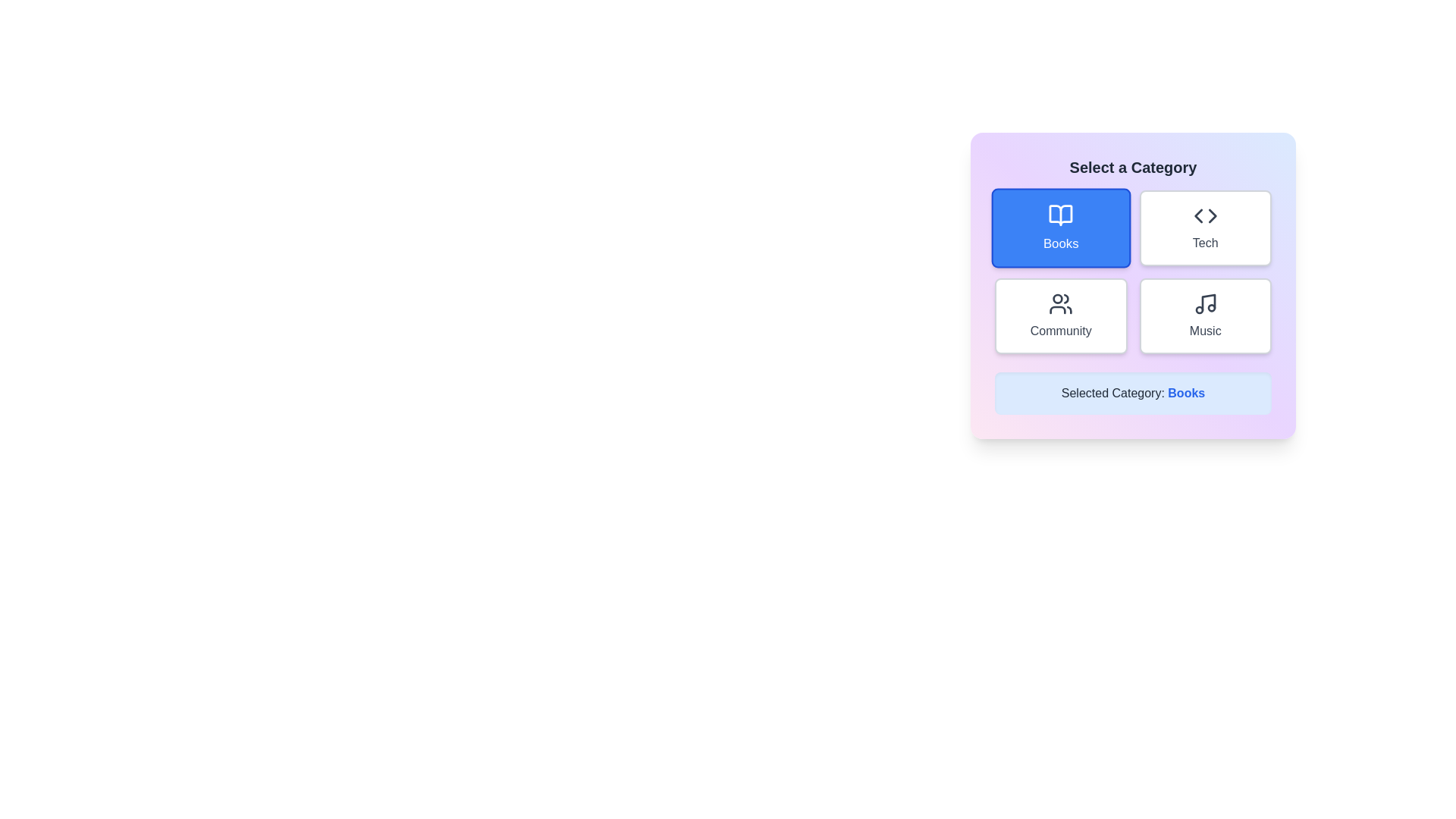 This screenshot has width=1456, height=819. I want to click on the category button for Community, so click(1060, 315).